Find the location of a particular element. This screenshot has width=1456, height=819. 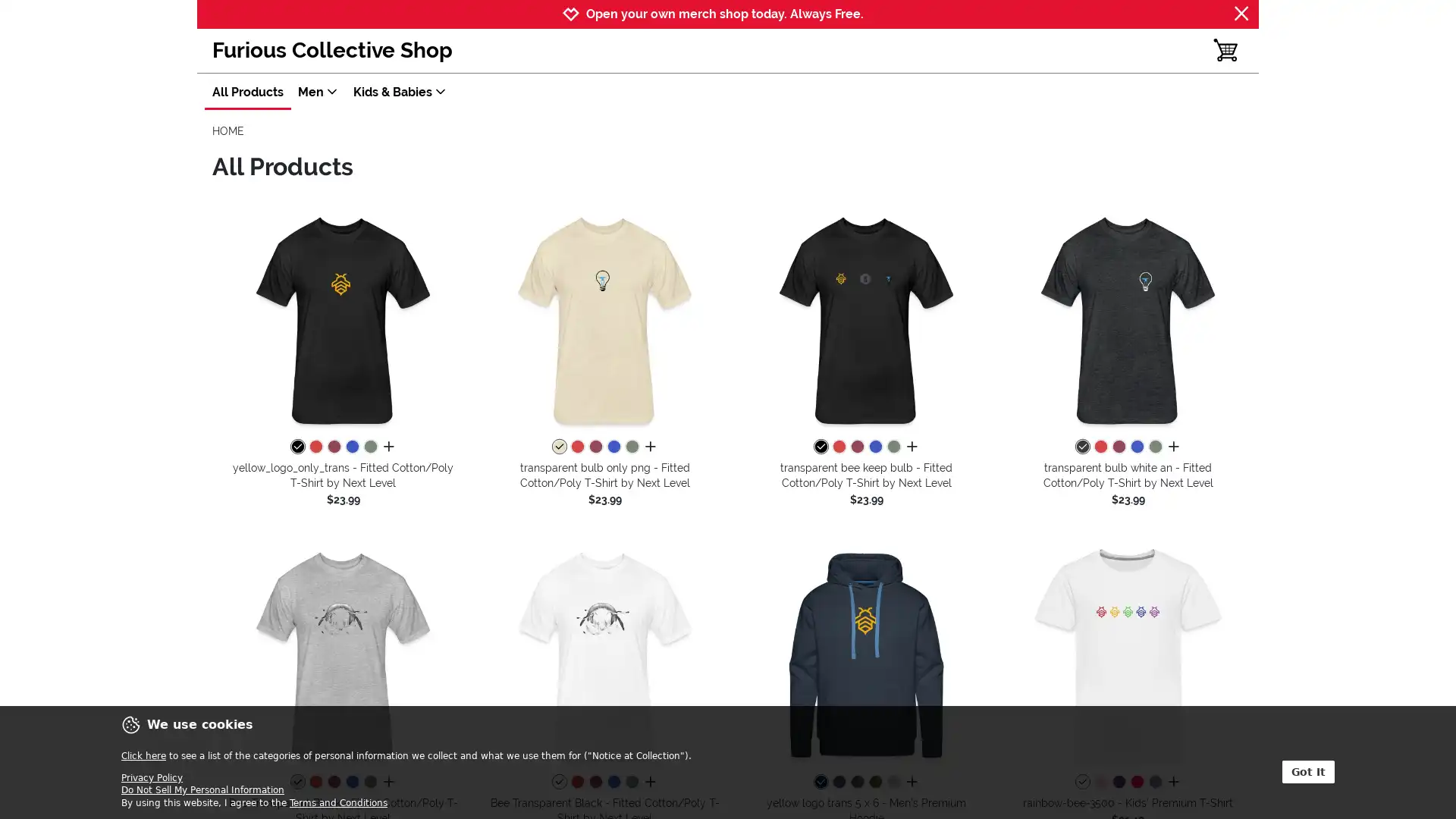

heather royal is located at coordinates (351, 447).